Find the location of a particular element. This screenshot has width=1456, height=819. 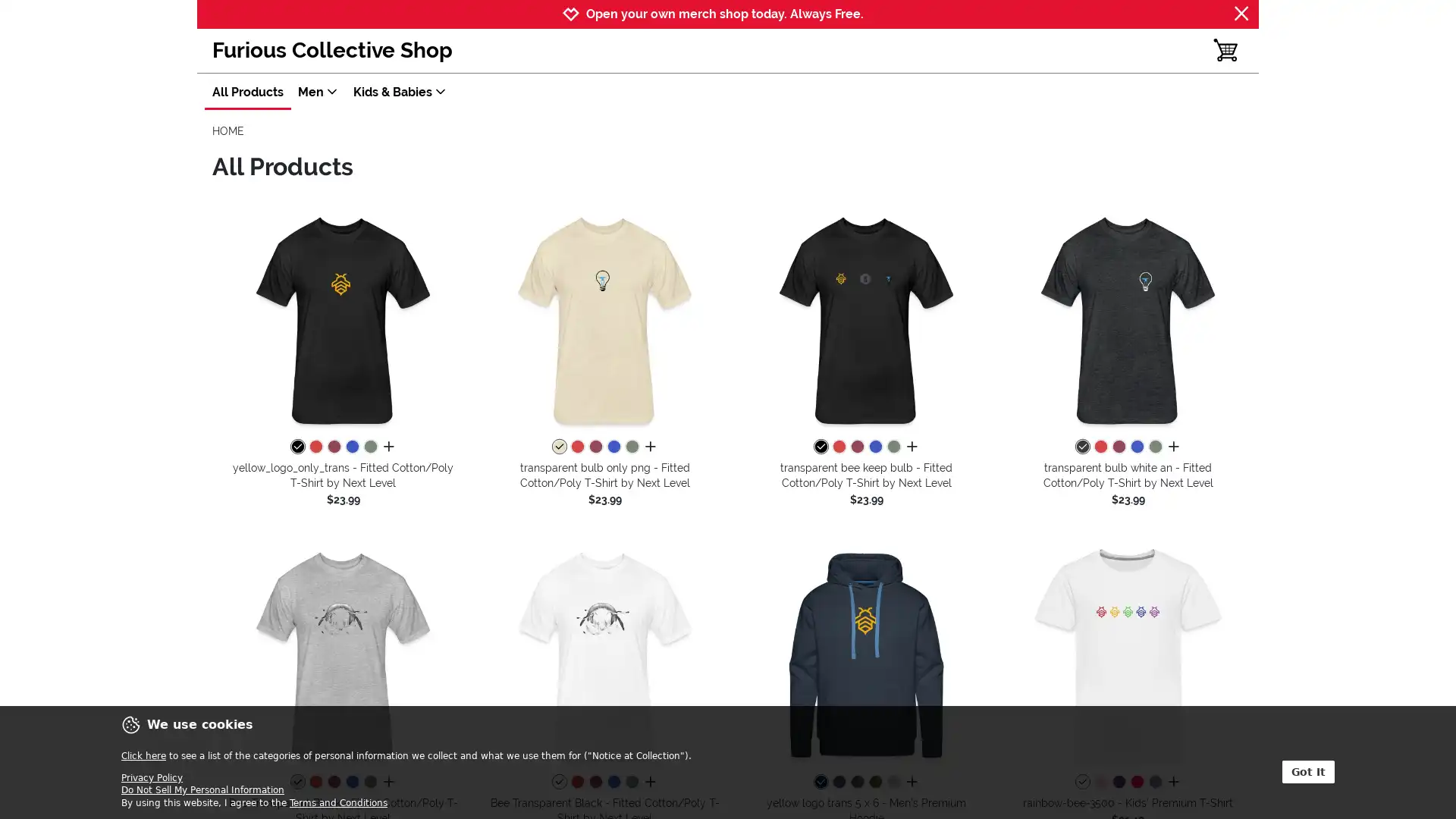

heather royal is located at coordinates (351, 447).